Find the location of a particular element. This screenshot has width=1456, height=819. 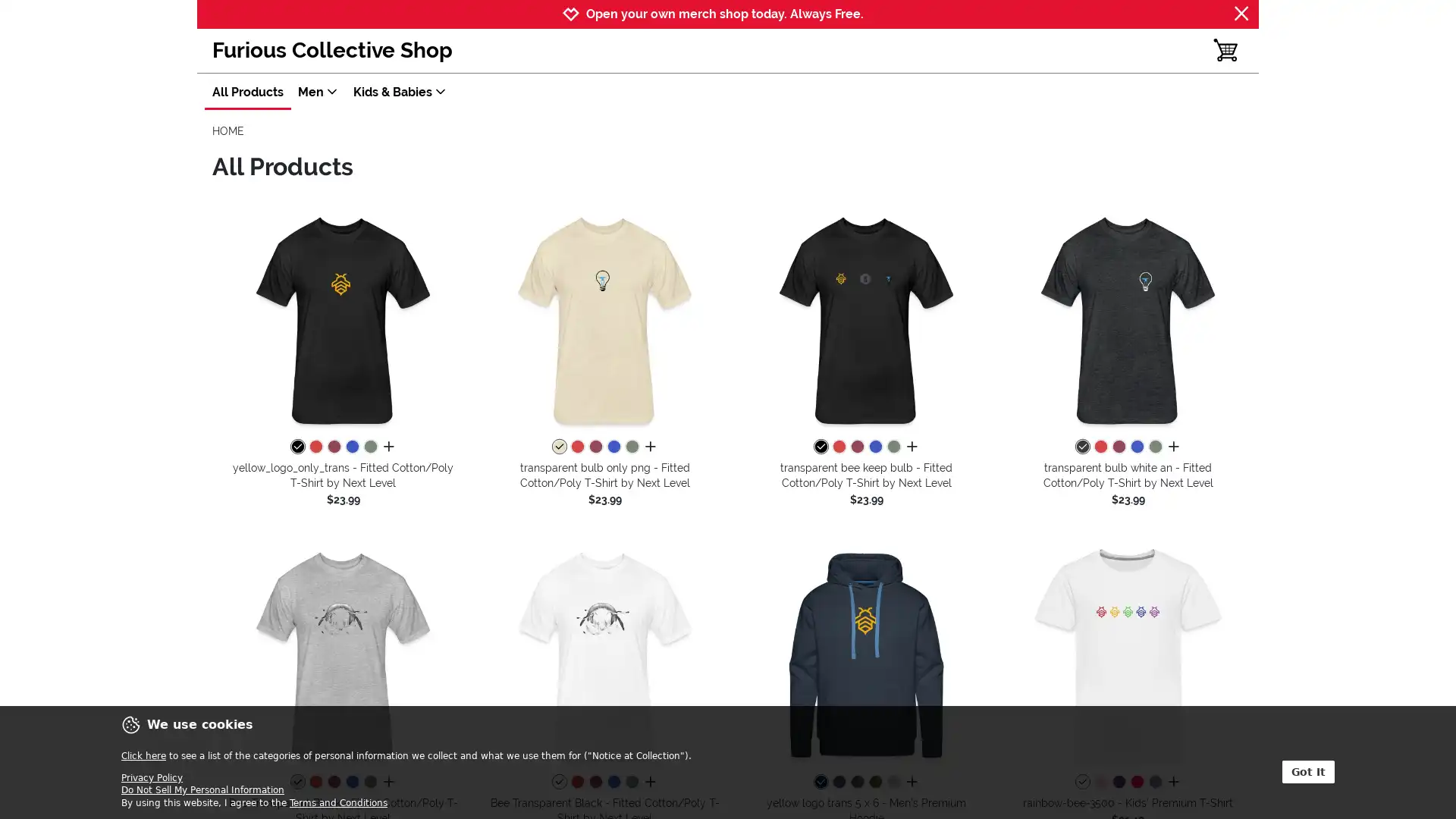

heather royal is located at coordinates (351, 447).